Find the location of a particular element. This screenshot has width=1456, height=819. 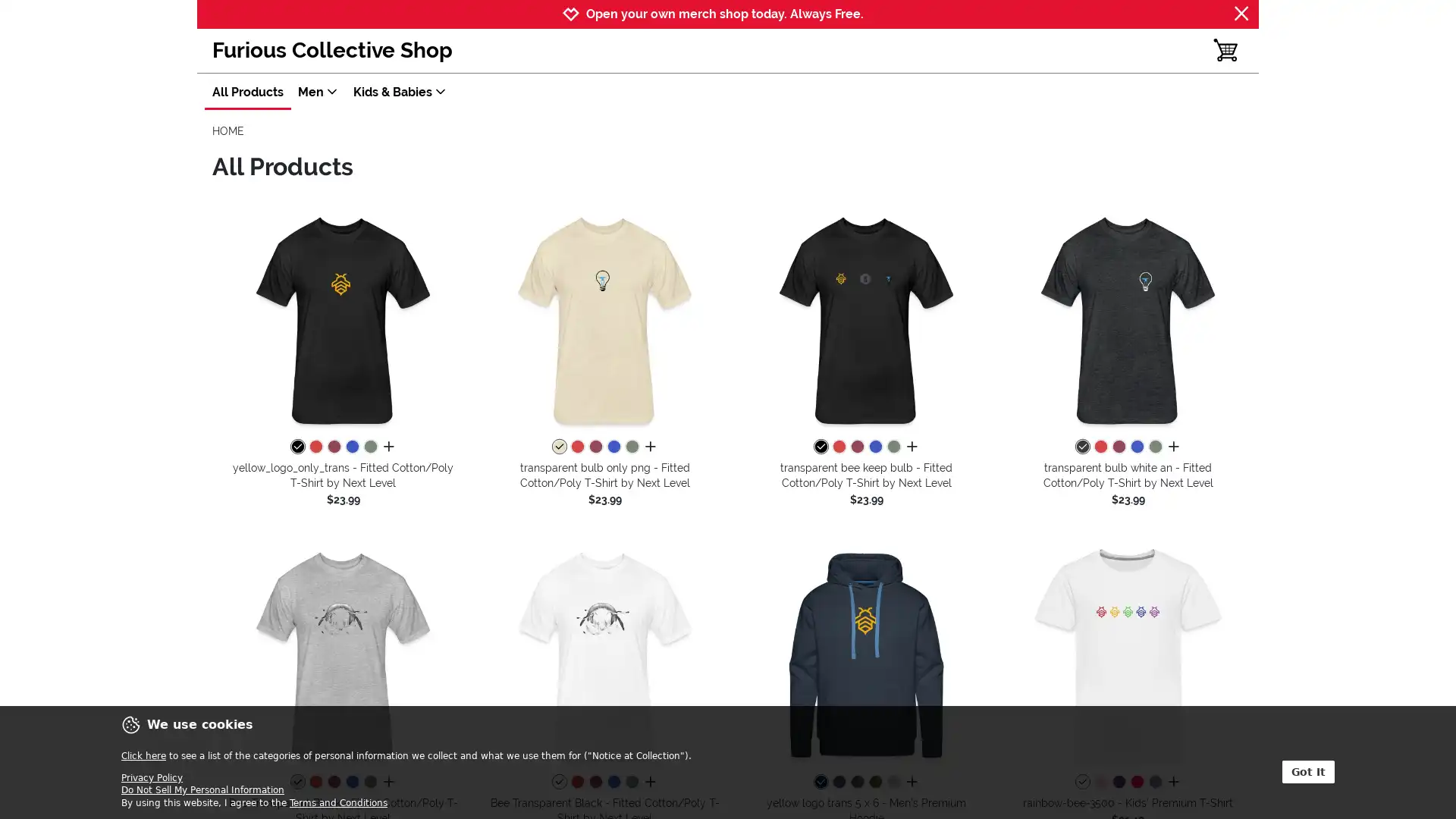

heather royal is located at coordinates (351, 447).